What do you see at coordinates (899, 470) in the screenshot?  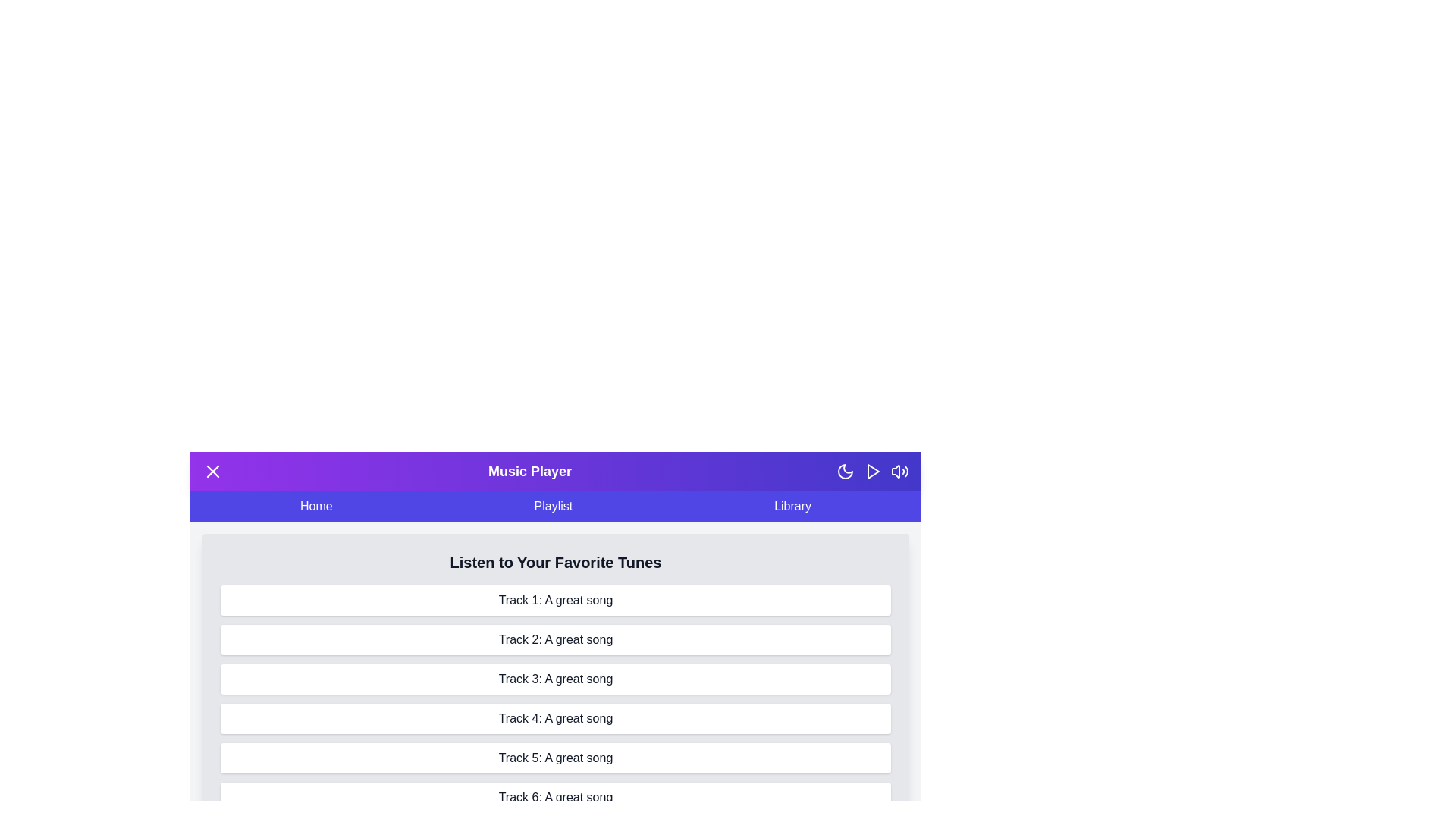 I see `the volume control icon` at bounding box center [899, 470].